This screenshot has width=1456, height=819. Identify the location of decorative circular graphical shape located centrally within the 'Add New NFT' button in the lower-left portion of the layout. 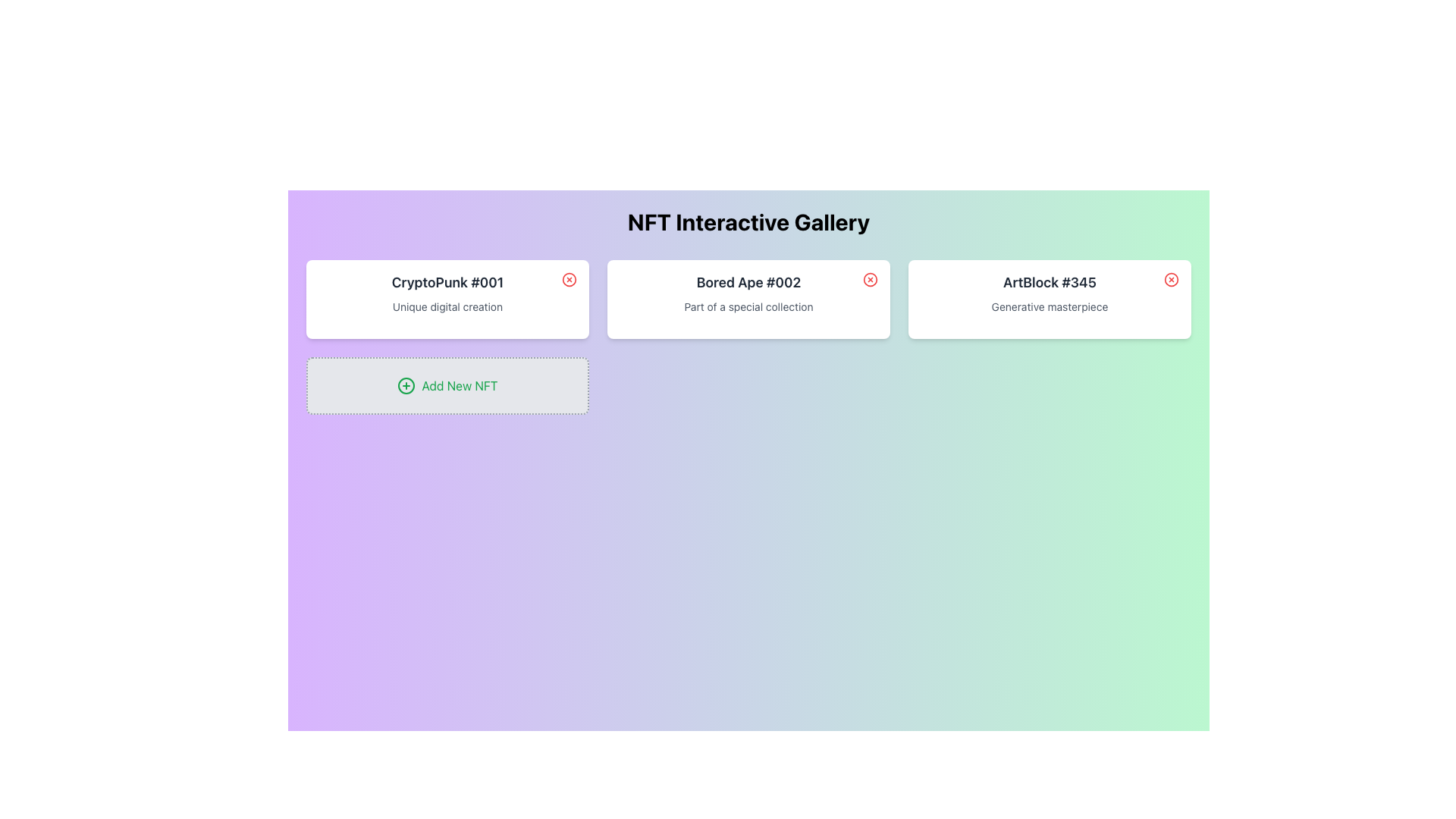
(406, 385).